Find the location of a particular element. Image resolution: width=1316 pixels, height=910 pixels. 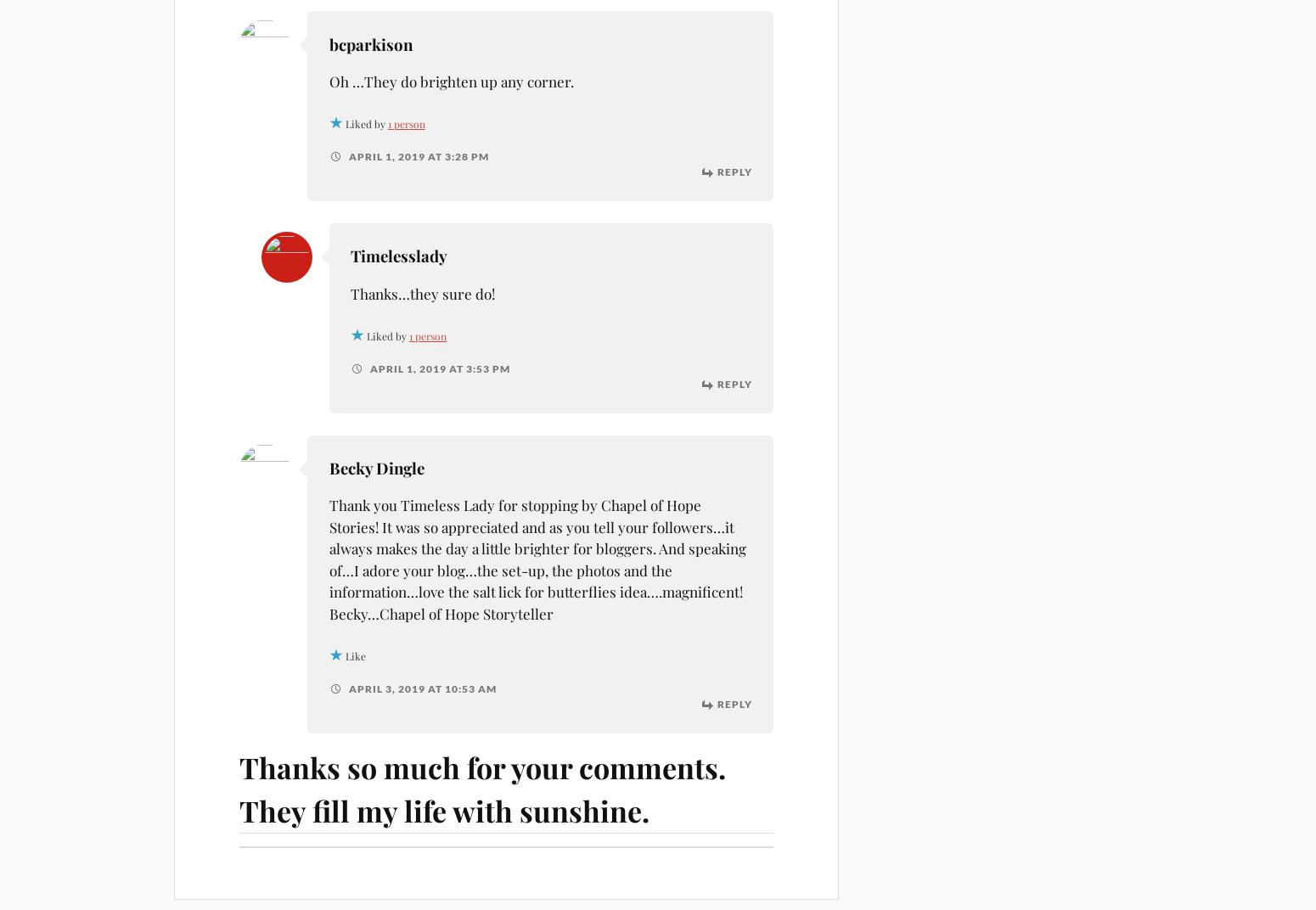

'bcparkison' is located at coordinates (370, 42).